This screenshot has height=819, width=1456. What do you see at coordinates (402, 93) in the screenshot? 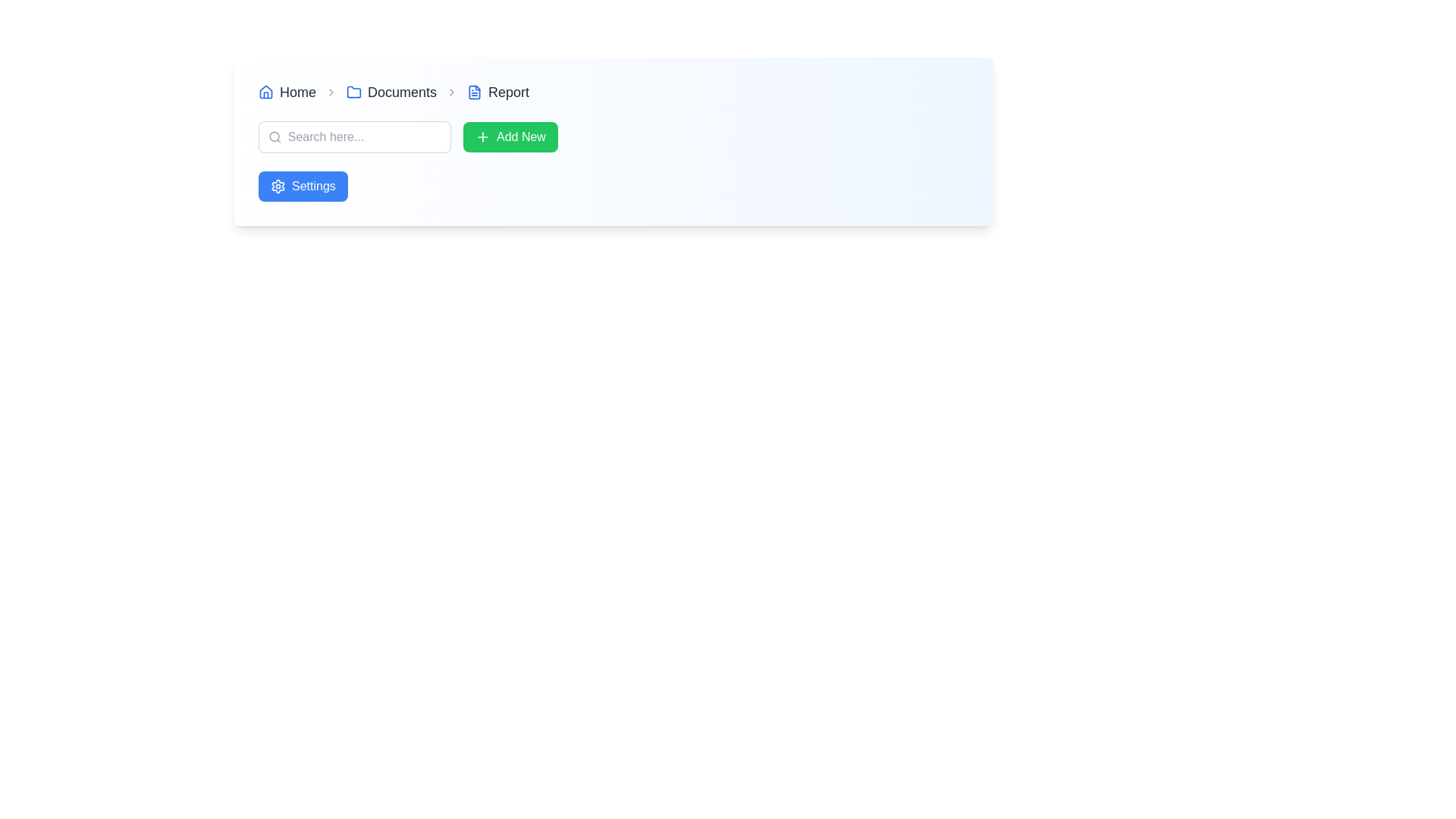
I see `the 'Documents' text label in the breadcrumb navigation trail, which is positioned between the 'Home' and 'Report' elements` at bounding box center [402, 93].